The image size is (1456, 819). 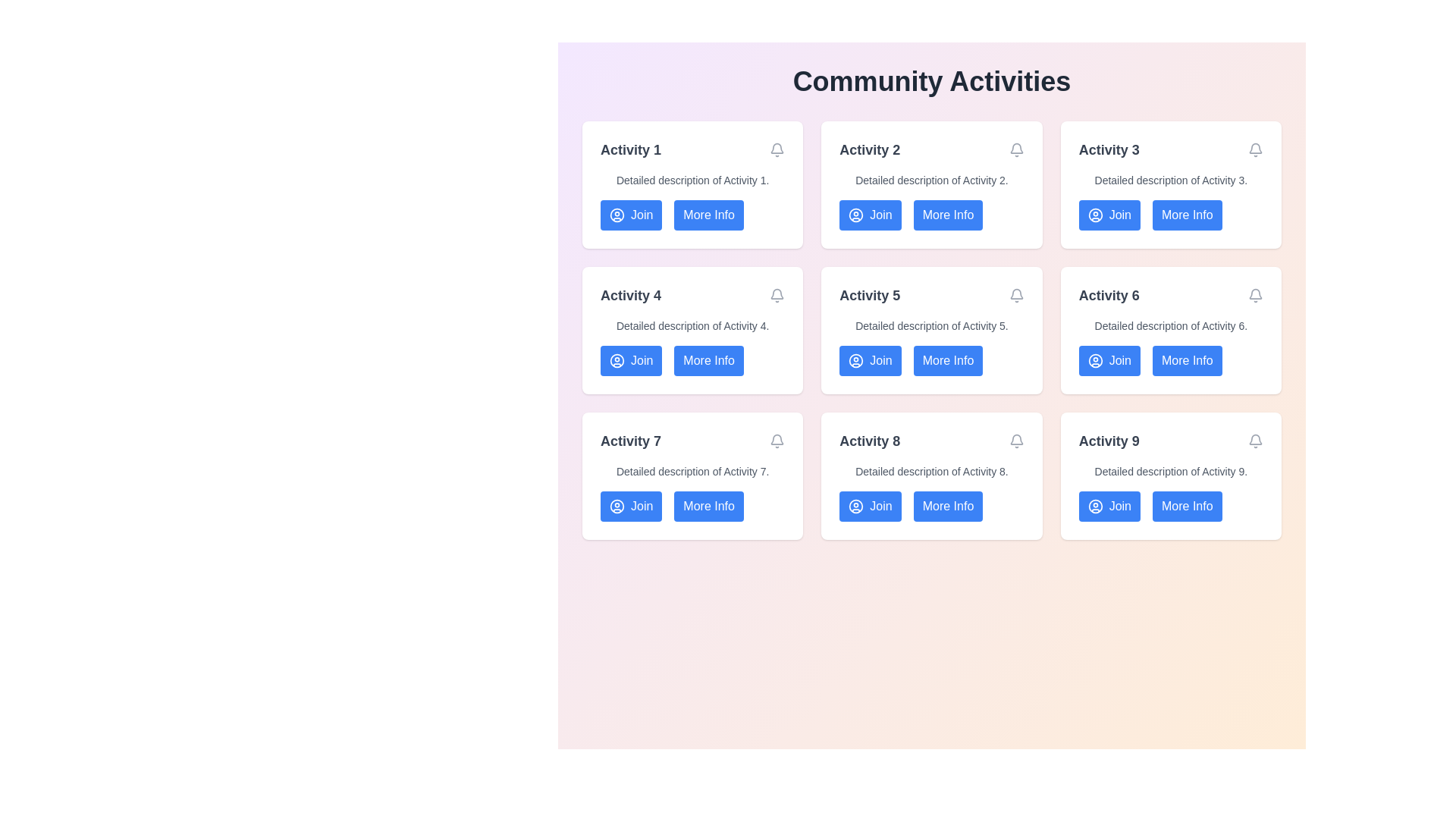 What do you see at coordinates (617, 506) in the screenshot?
I see `the Circle (SVG Element) representing a user icon within the 'Activity 7' card in the bottom row, first column of the grid of activity cards` at bounding box center [617, 506].